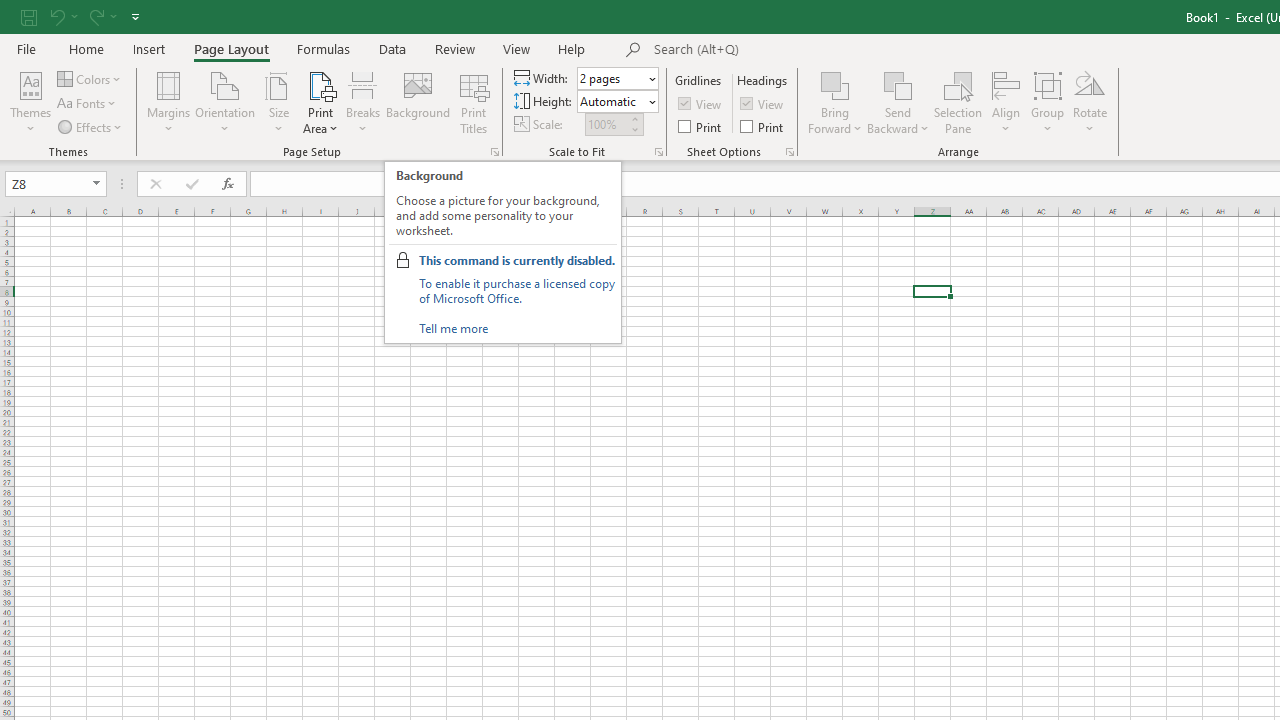 Image resolution: width=1280 pixels, height=720 pixels. What do you see at coordinates (788, 150) in the screenshot?
I see `'Sheet Options'` at bounding box center [788, 150].